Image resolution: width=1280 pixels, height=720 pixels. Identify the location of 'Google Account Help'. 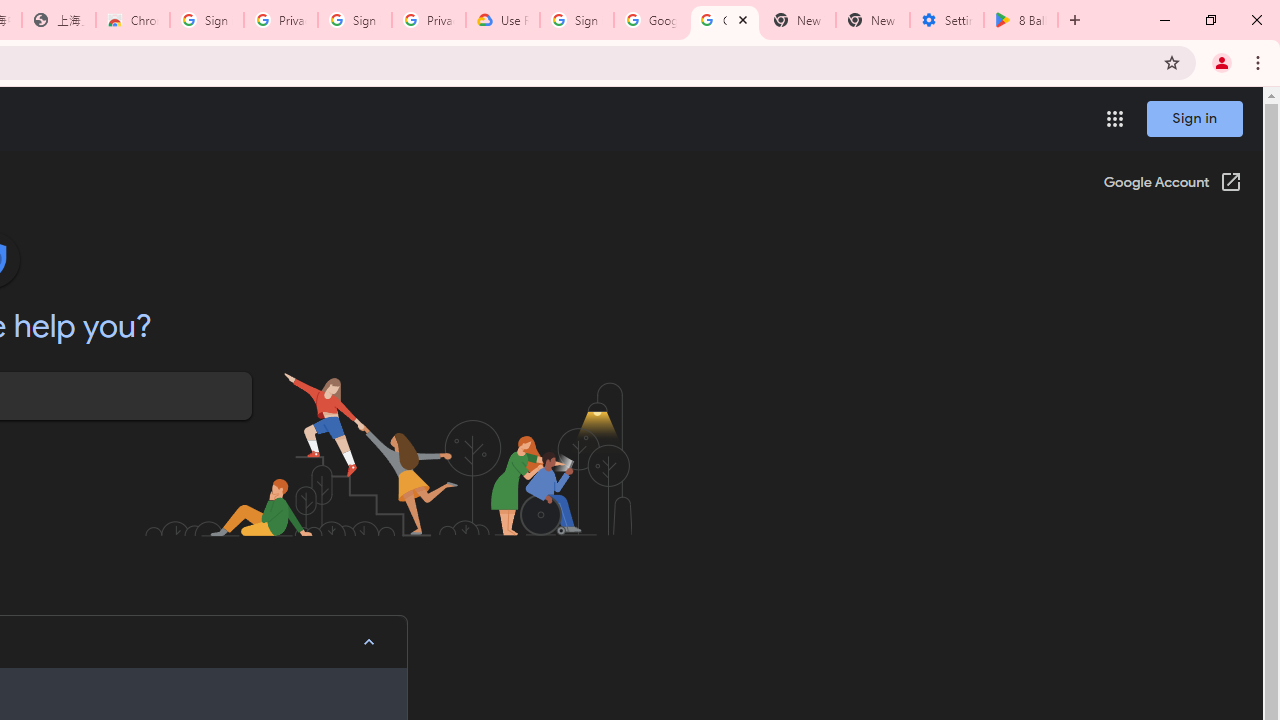
(651, 20).